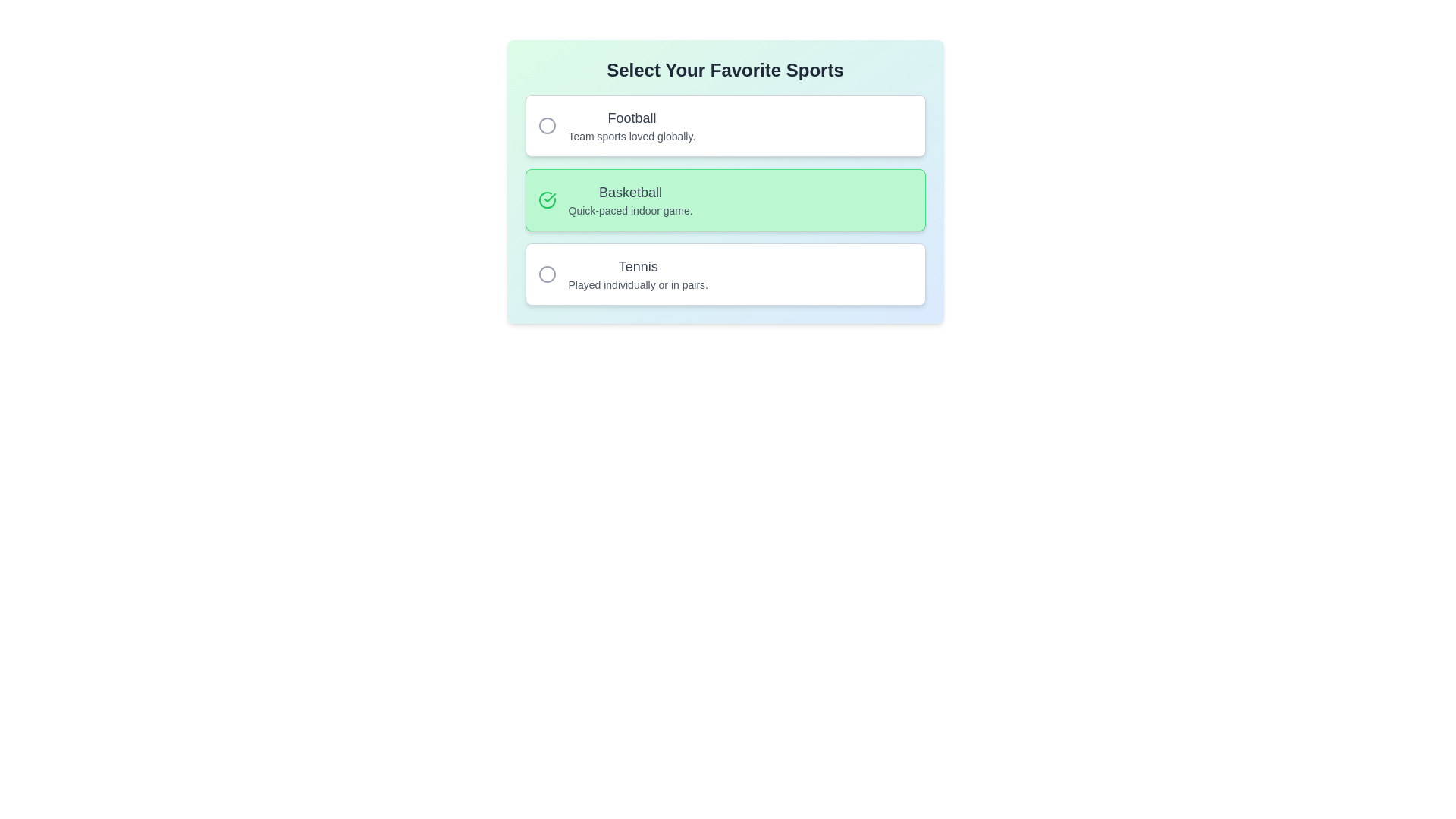 The image size is (1456, 819). I want to click on the 'Basketball' selectable card, so click(724, 199).